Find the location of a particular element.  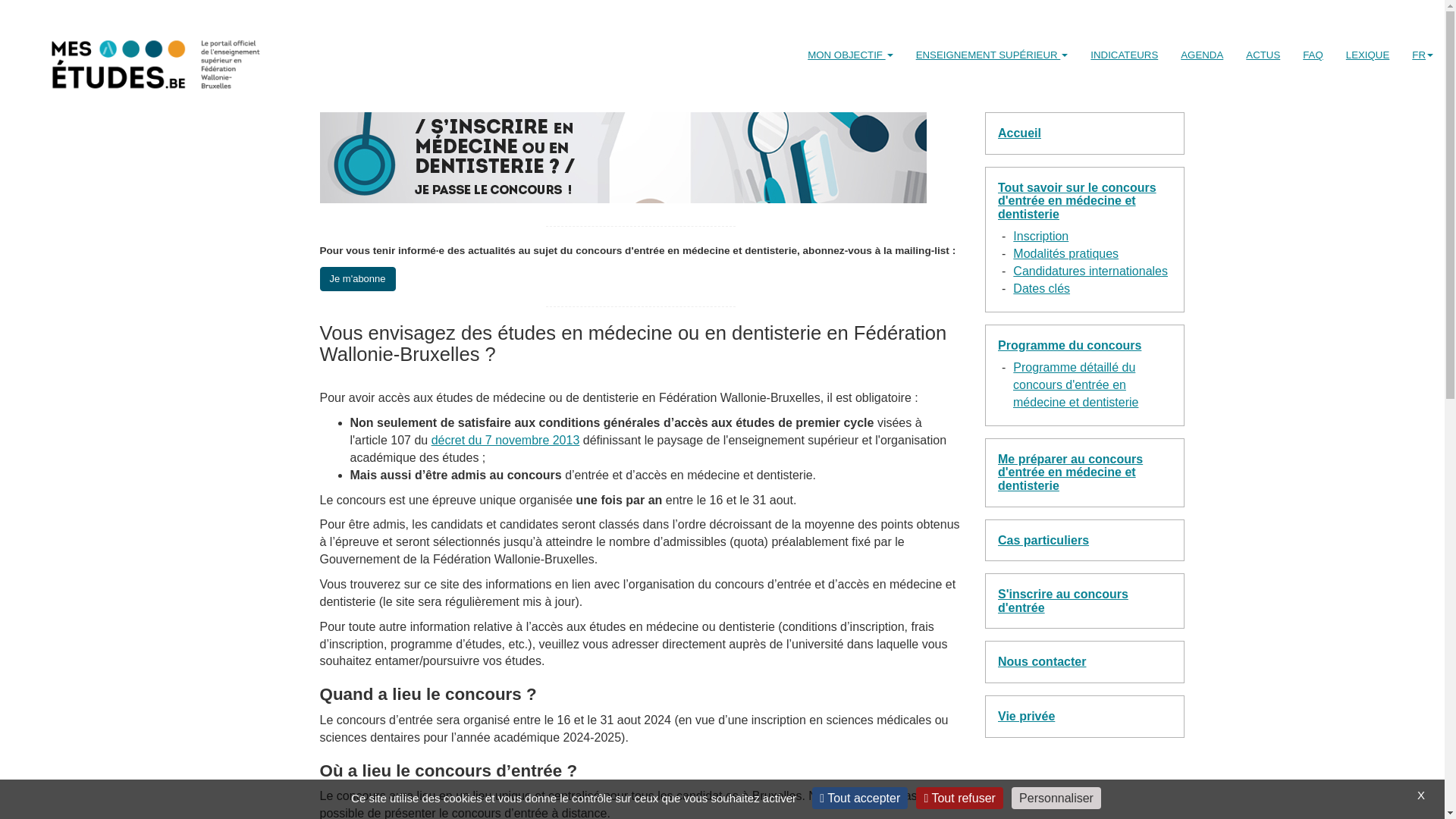

'LEXIQUE' is located at coordinates (1368, 55).